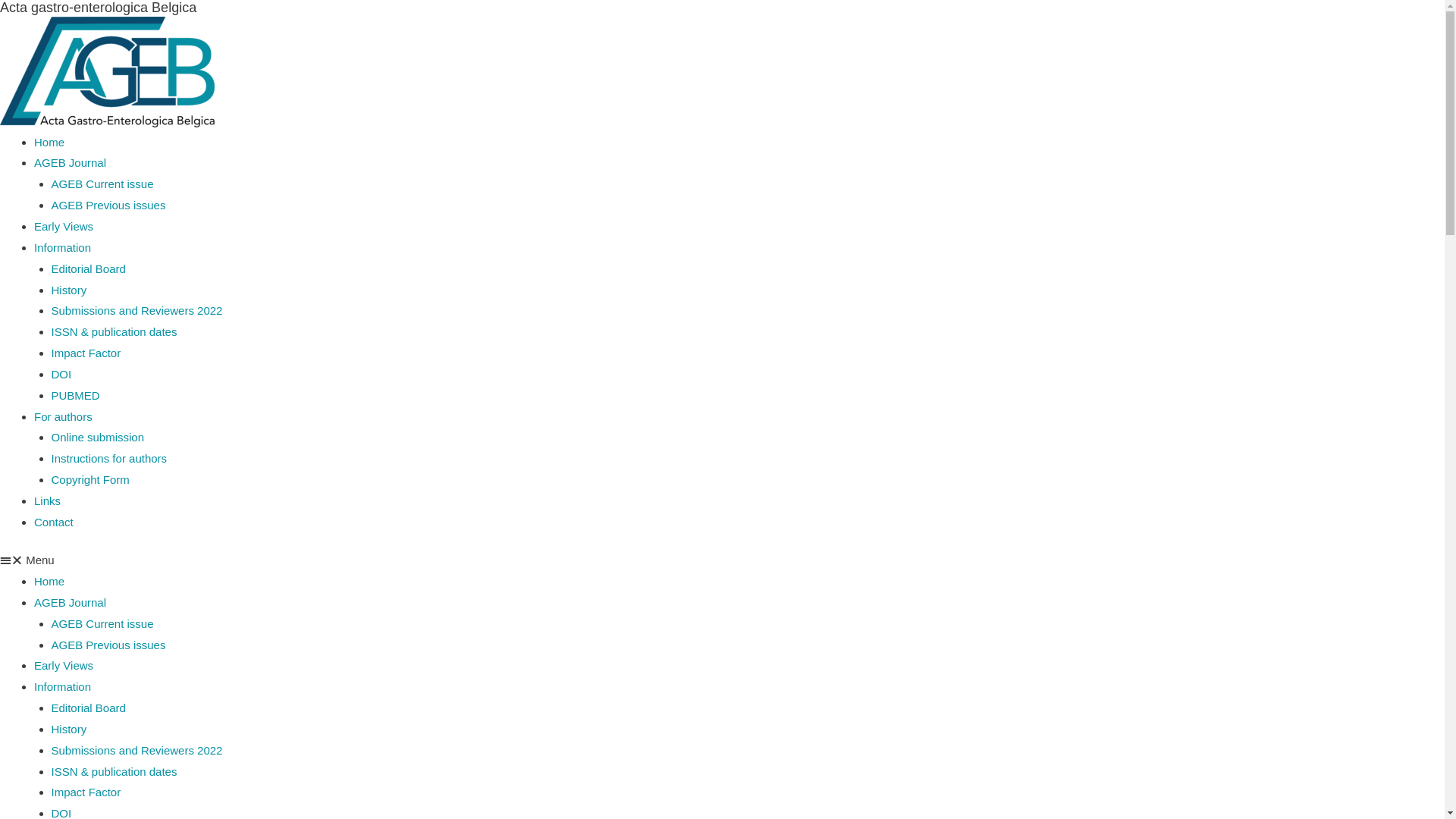 The width and height of the screenshot is (1456, 819). I want to click on 'Impact Factor', so click(51, 353).